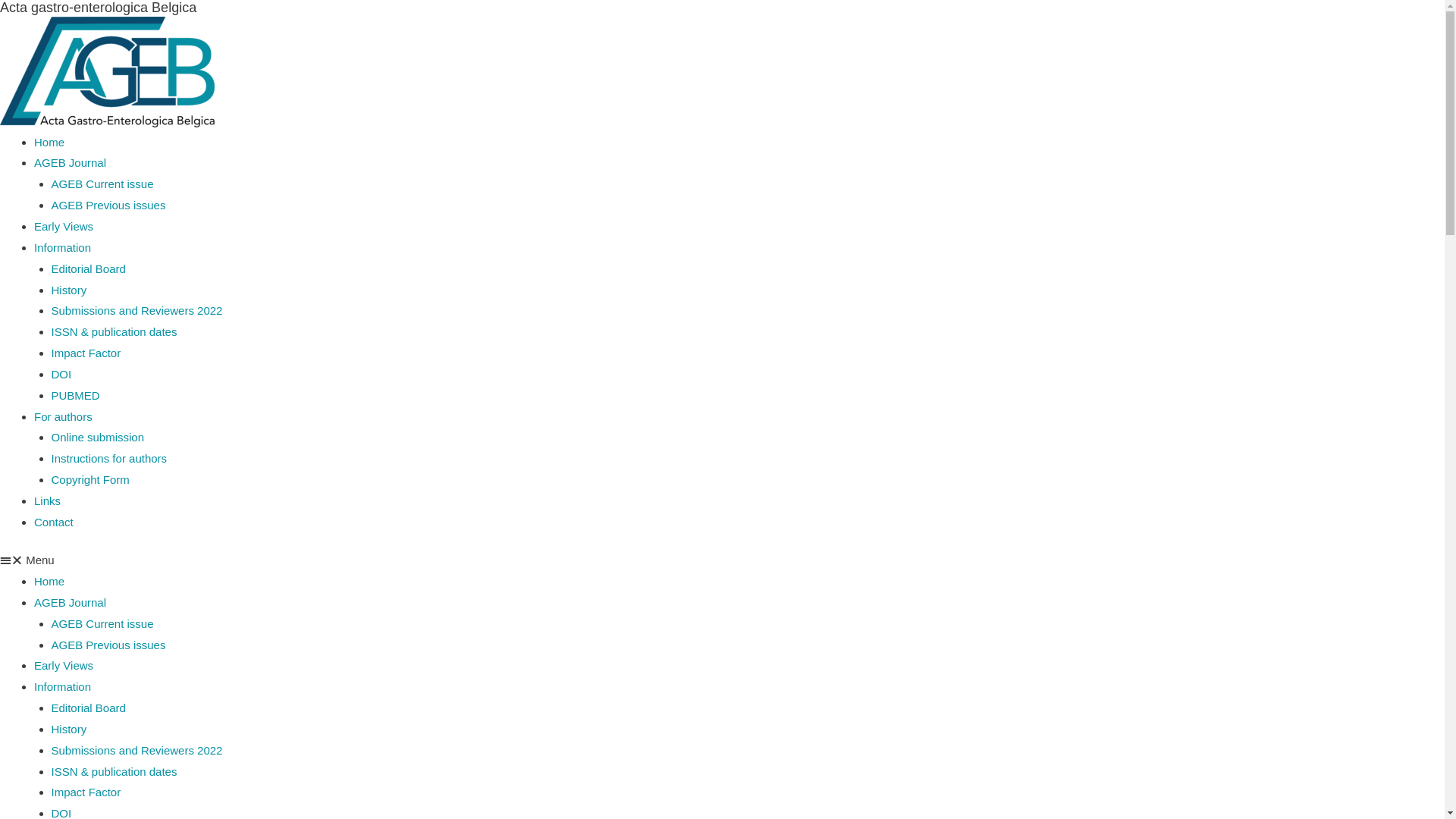 The width and height of the screenshot is (1456, 819). I want to click on 'Impact Factor', so click(51, 353).